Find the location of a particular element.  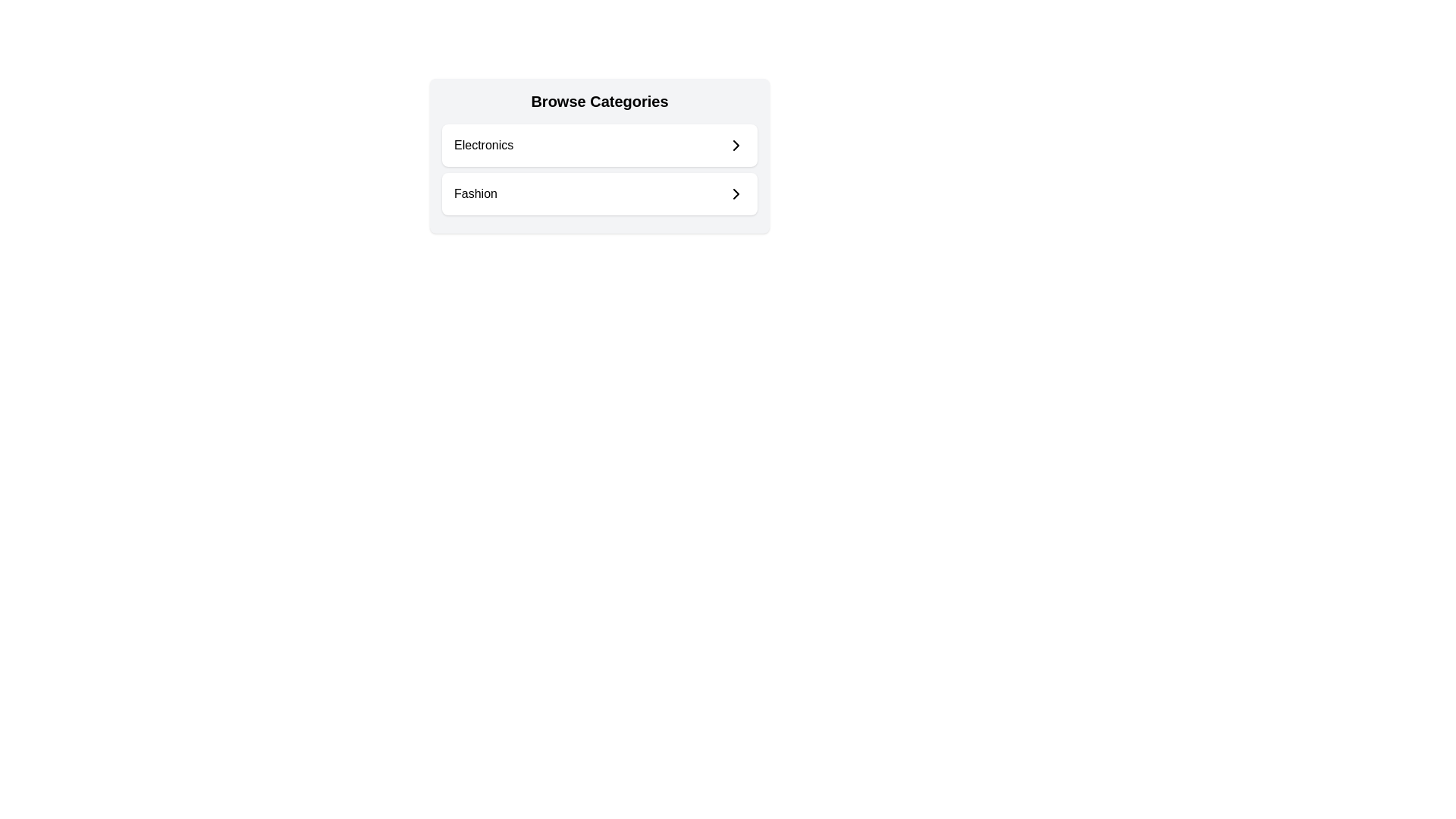

the rightward arrow icon with a thin black outline located in the second row of the 'Browse Categories' list, aligned with the 'Fashion' row is located at coordinates (736, 193).